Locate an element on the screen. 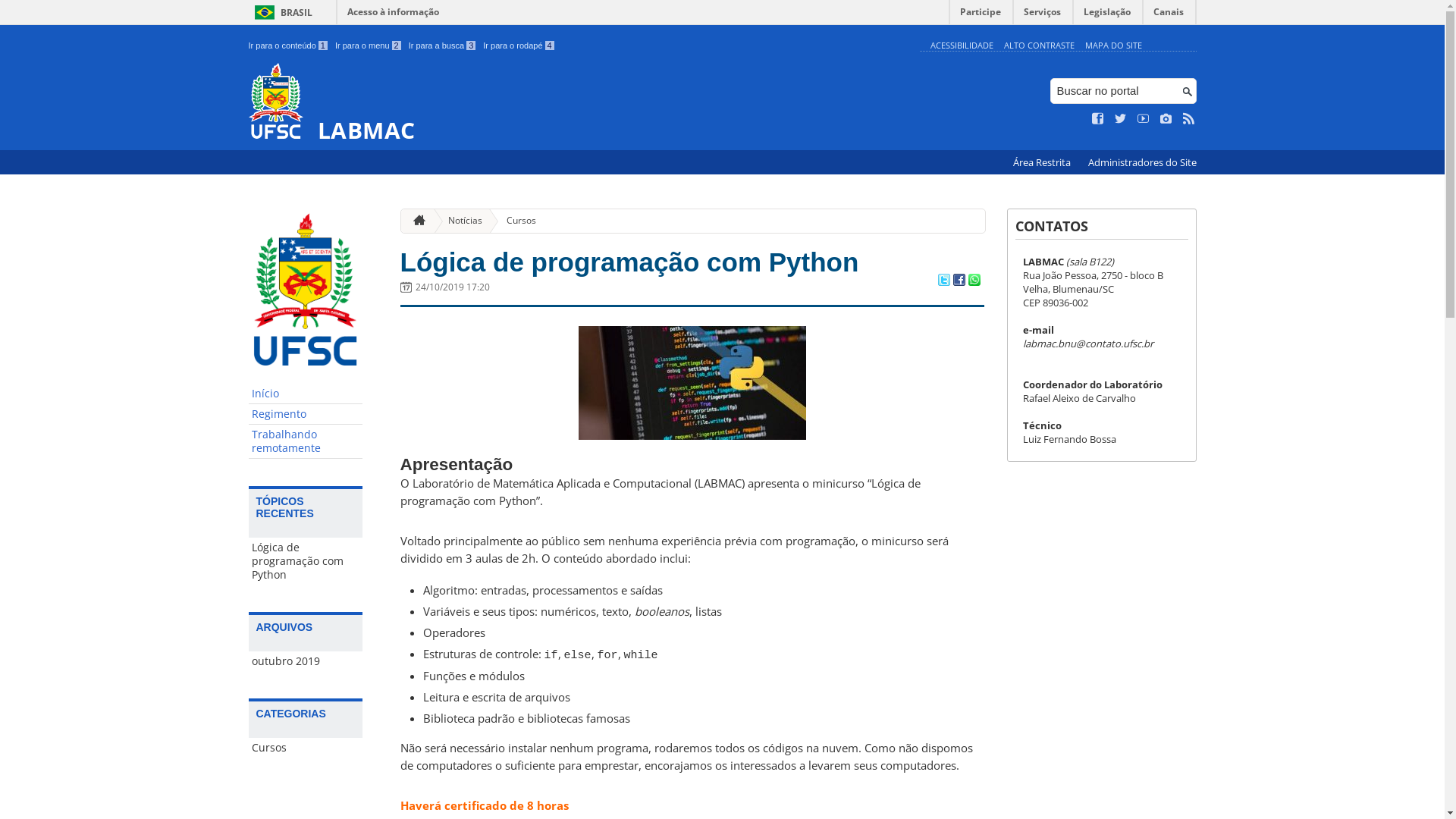  'Ir para a busca 3' is located at coordinates (408, 45).